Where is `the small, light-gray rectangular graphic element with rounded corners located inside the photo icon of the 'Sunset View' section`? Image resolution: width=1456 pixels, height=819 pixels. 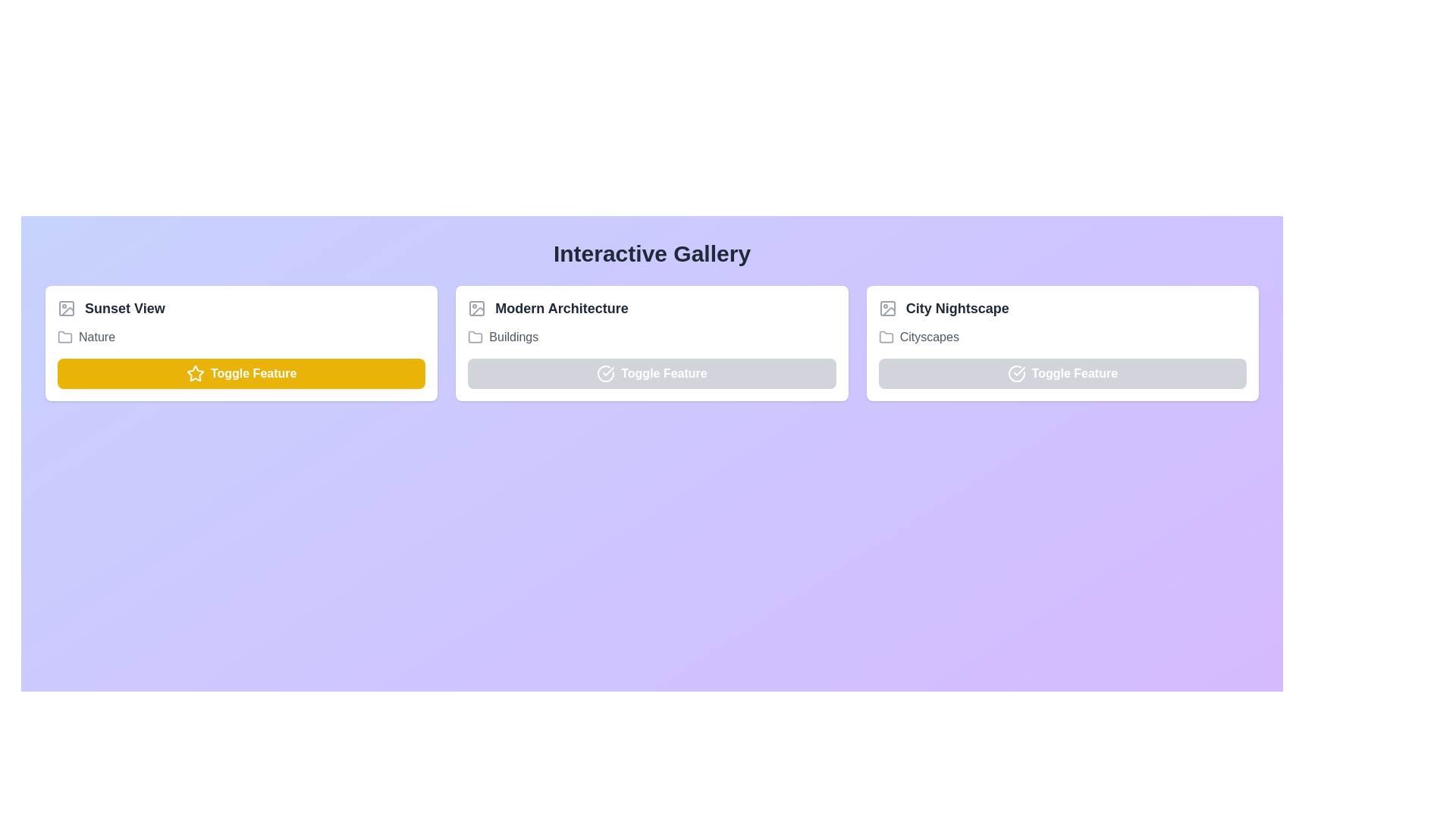 the small, light-gray rectangular graphic element with rounded corners located inside the photo icon of the 'Sunset View' section is located at coordinates (65, 308).